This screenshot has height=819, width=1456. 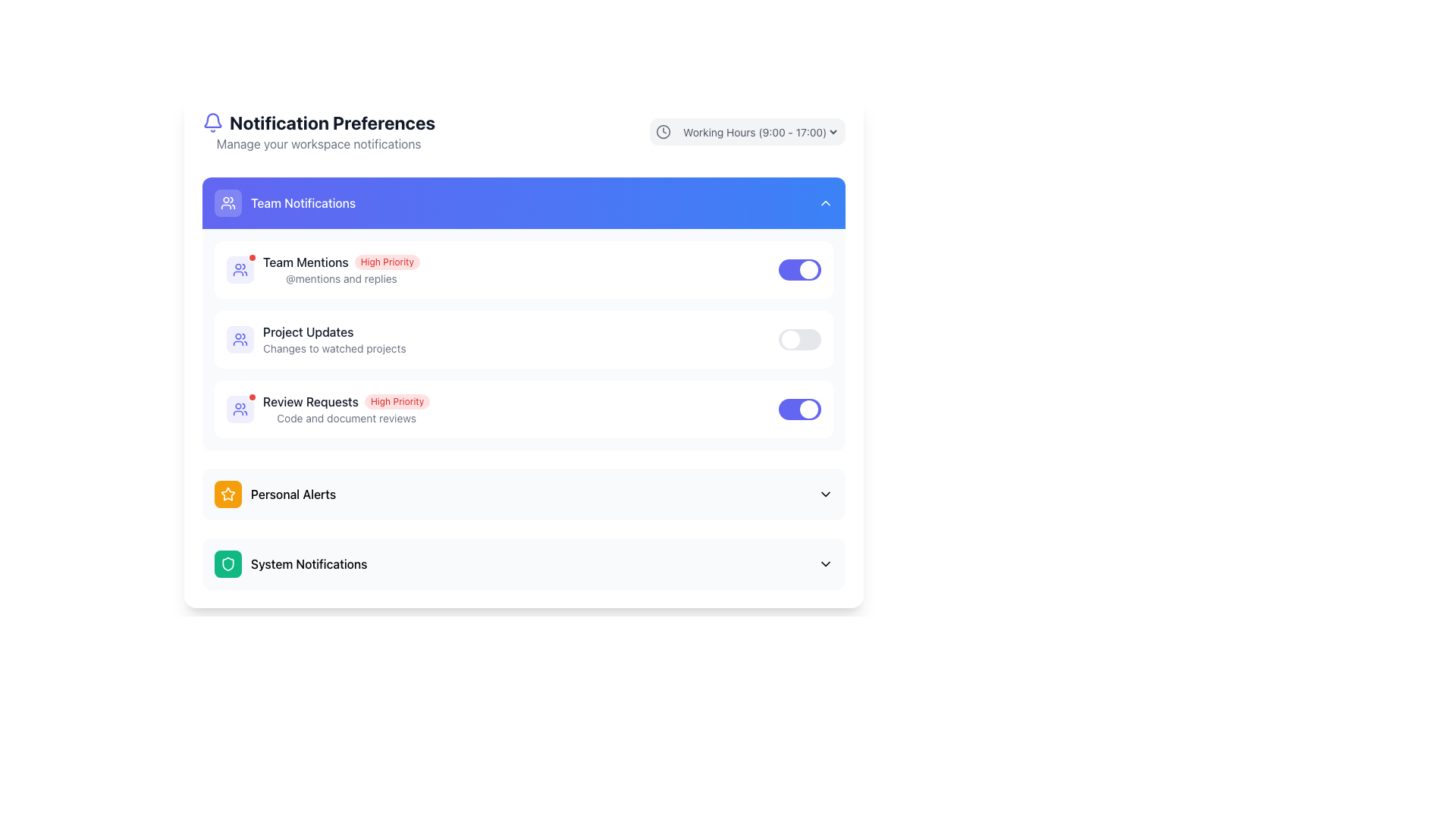 What do you see at coordinates (340, 268) in the screenshot?
I see `the 'Team Mentions' list entry in the 'Team Notifications' section` at bounding box center [340, 268].